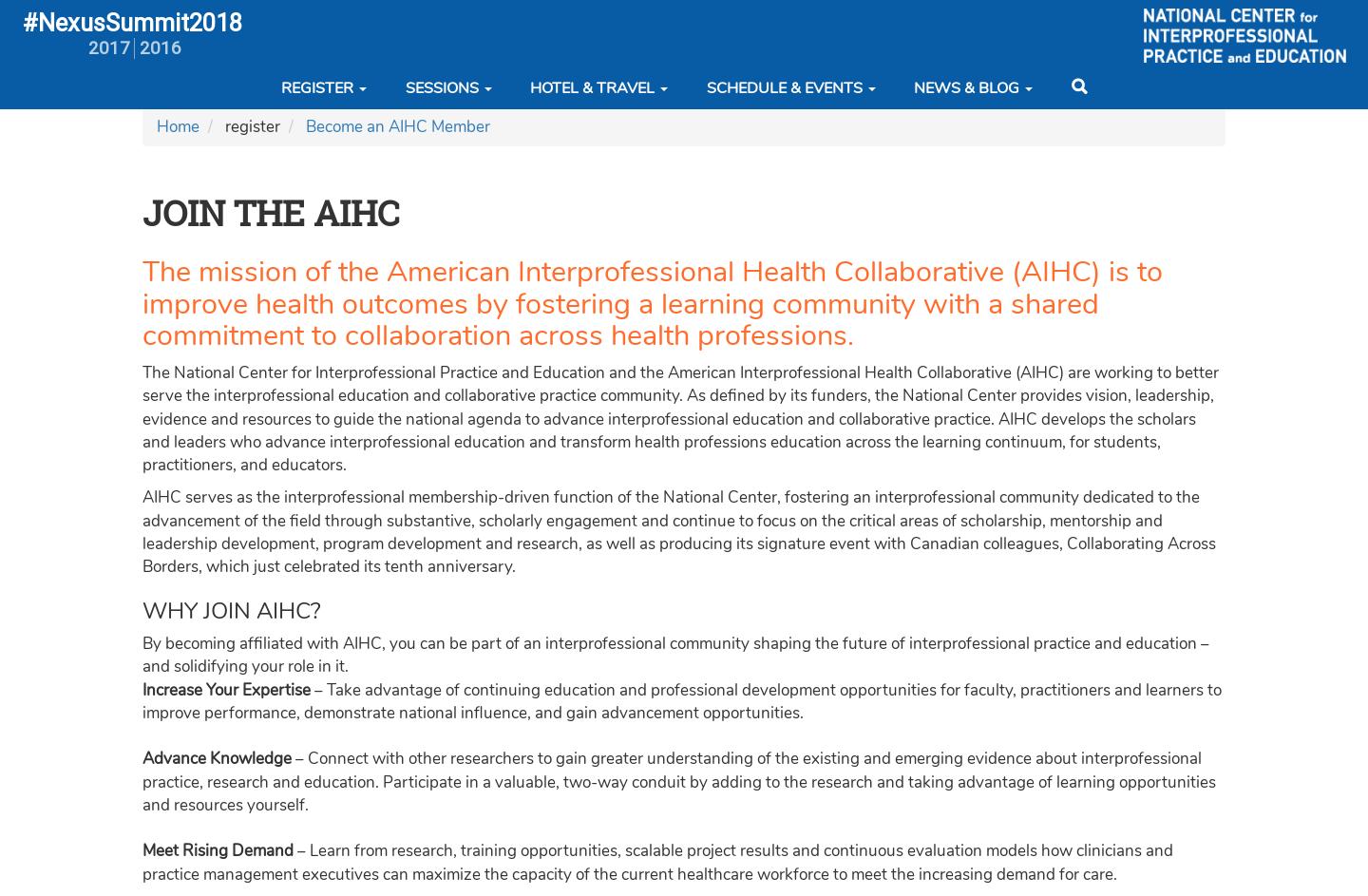 This screenshot has width=1368, height=896. What do you see at coordinates (593, 86) in the screenshot?
I see `'Hotel & Travel'` at bounding box center [593, 86].